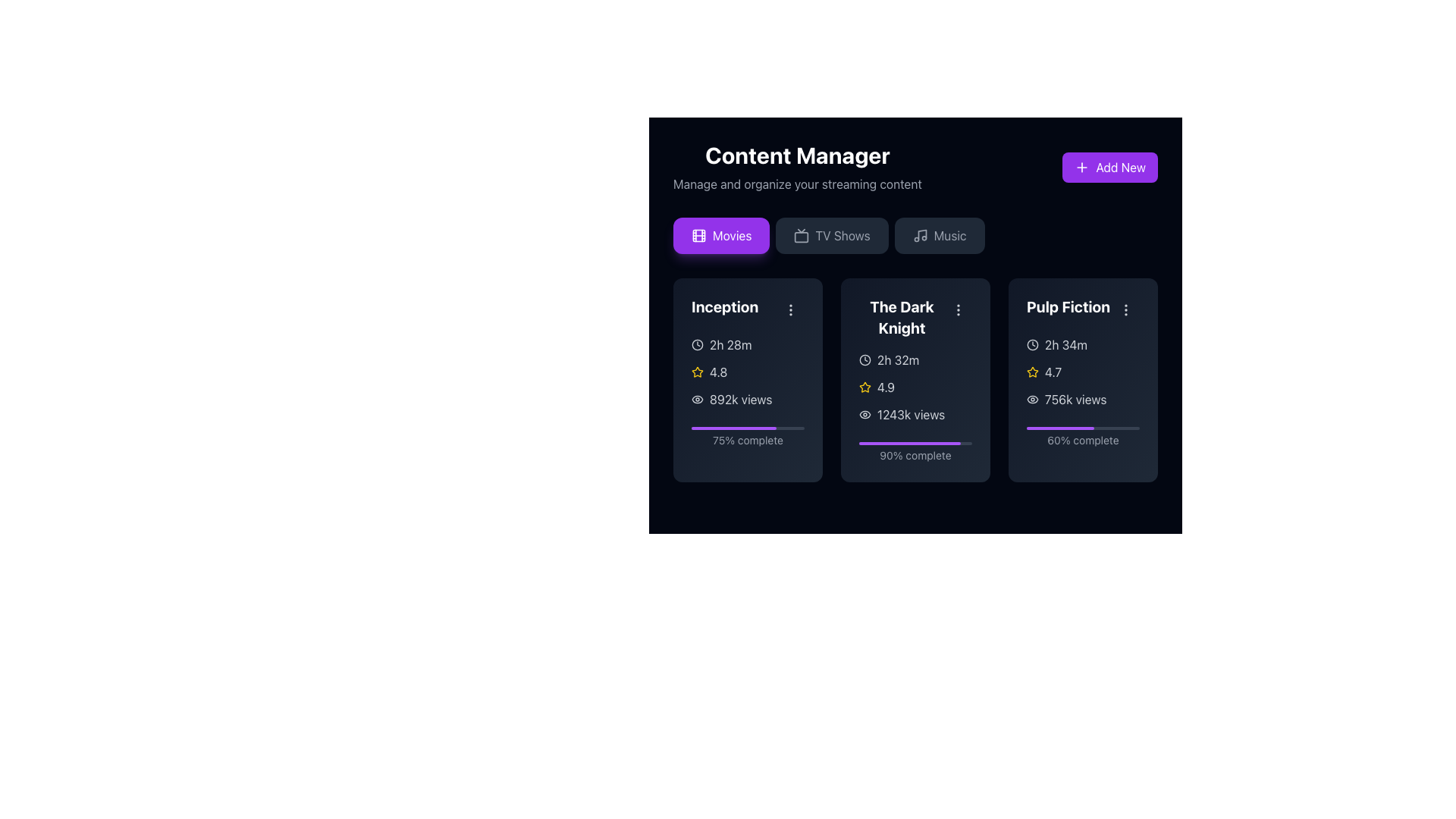 Image resolution: width=1456 pixels, height=819 pixels. I want to click on the text display showing '892k views' in light gray color, located below the rating of the movie 'Inception' and adjacent to the eye icon, so click(741, 399).